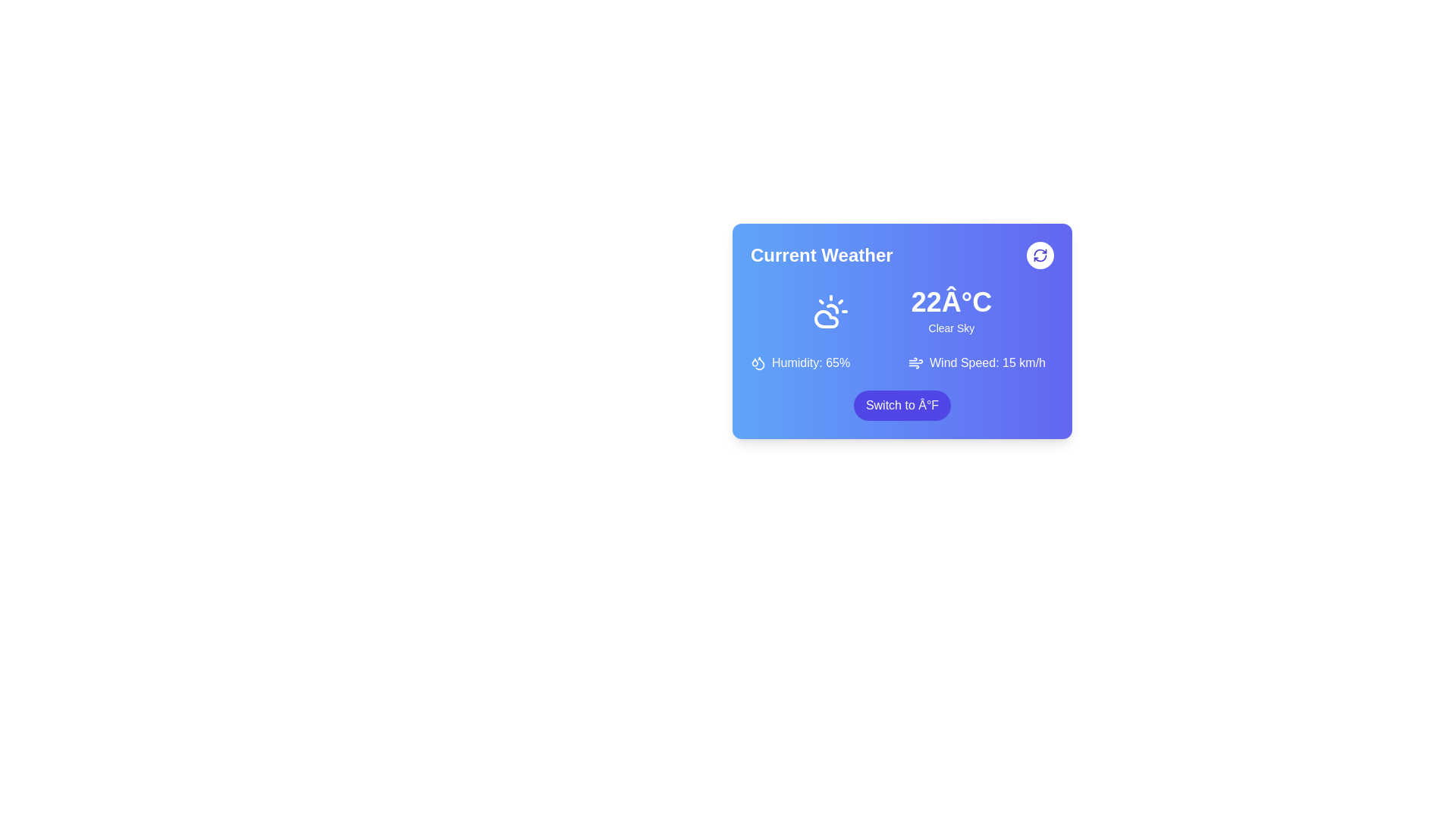  Describe the element at coordinates (822, 362) in the screenshot. I see `the 'Humidity: 65%' text and droplet icon in the weather widget, which is styled in white on a blue gradient background` at that location.